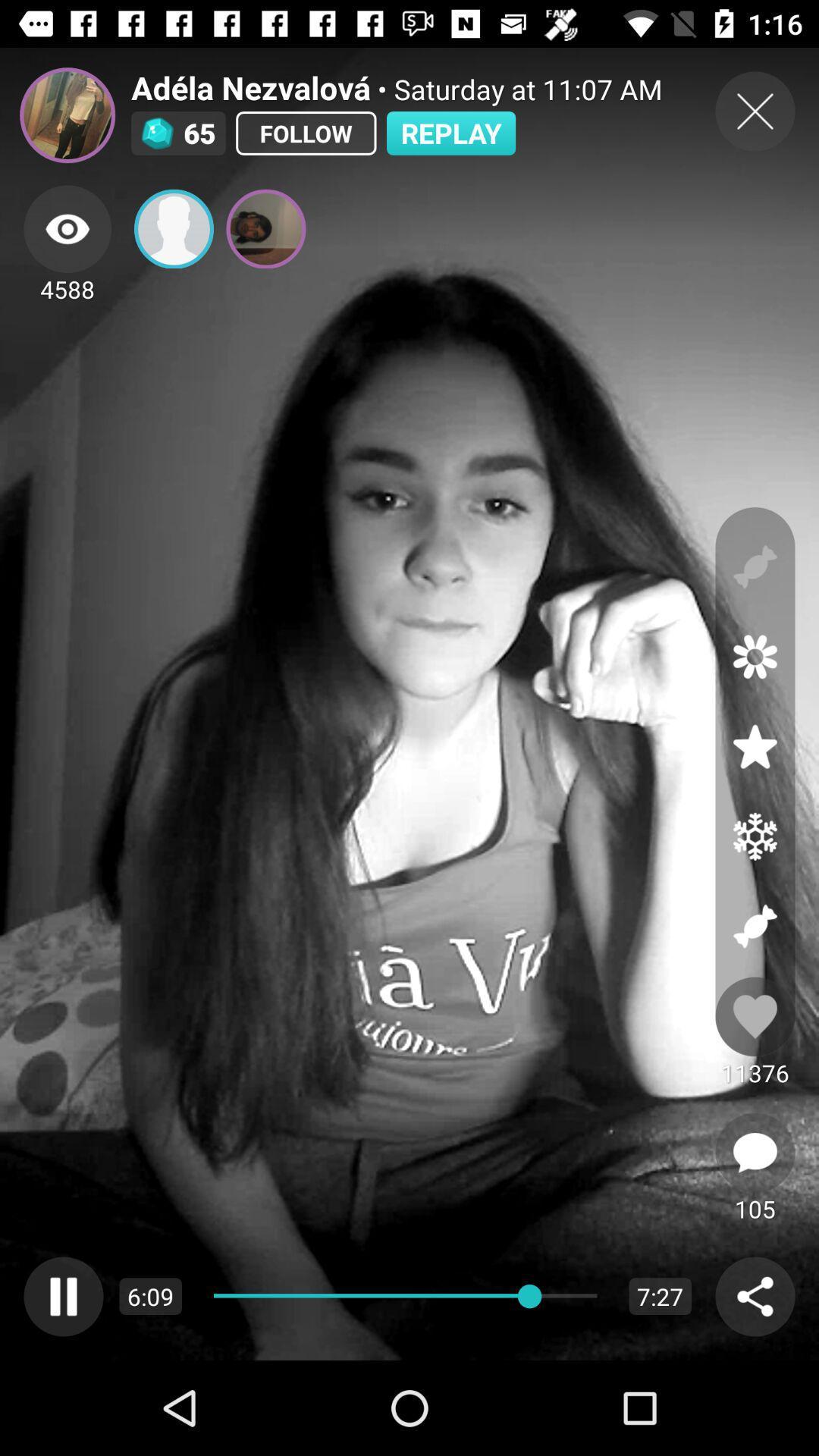 The width and height of the screenshot is (819, 1456). I want to click on like the video, so click(755, 1016).